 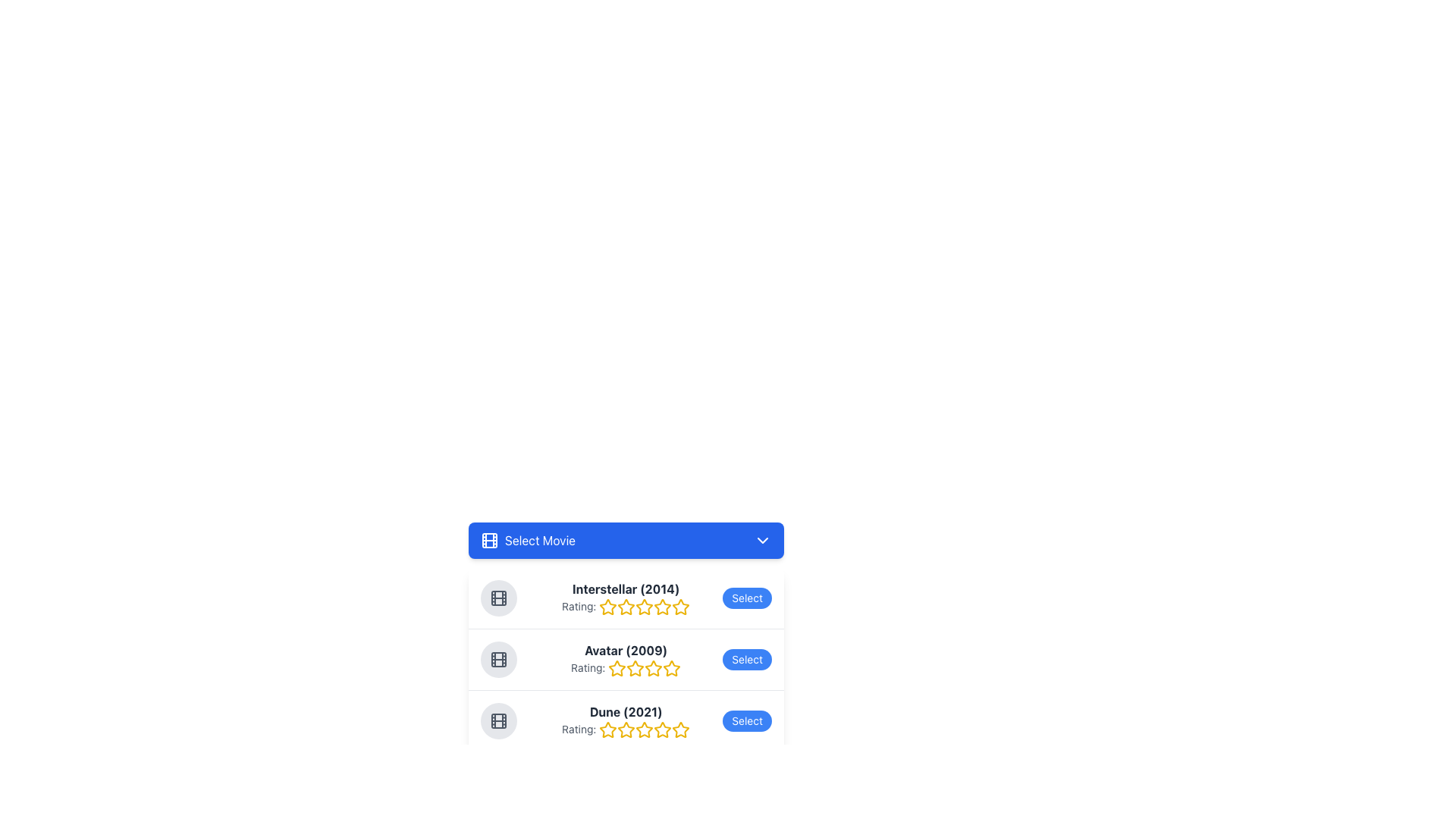 I want to click on the second star in the row of five stars, so click(x=626, y=605).